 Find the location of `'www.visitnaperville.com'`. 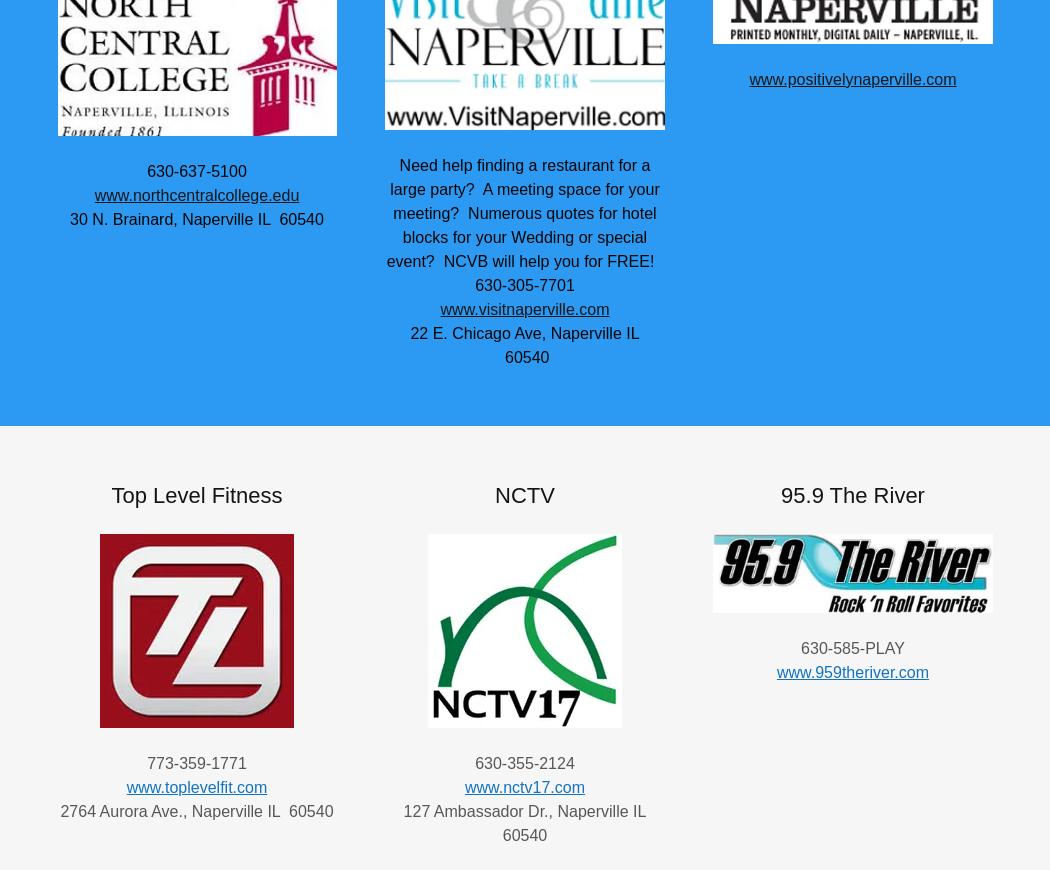

'www.visitnaperville.com' is located at coordinates (523, 309).